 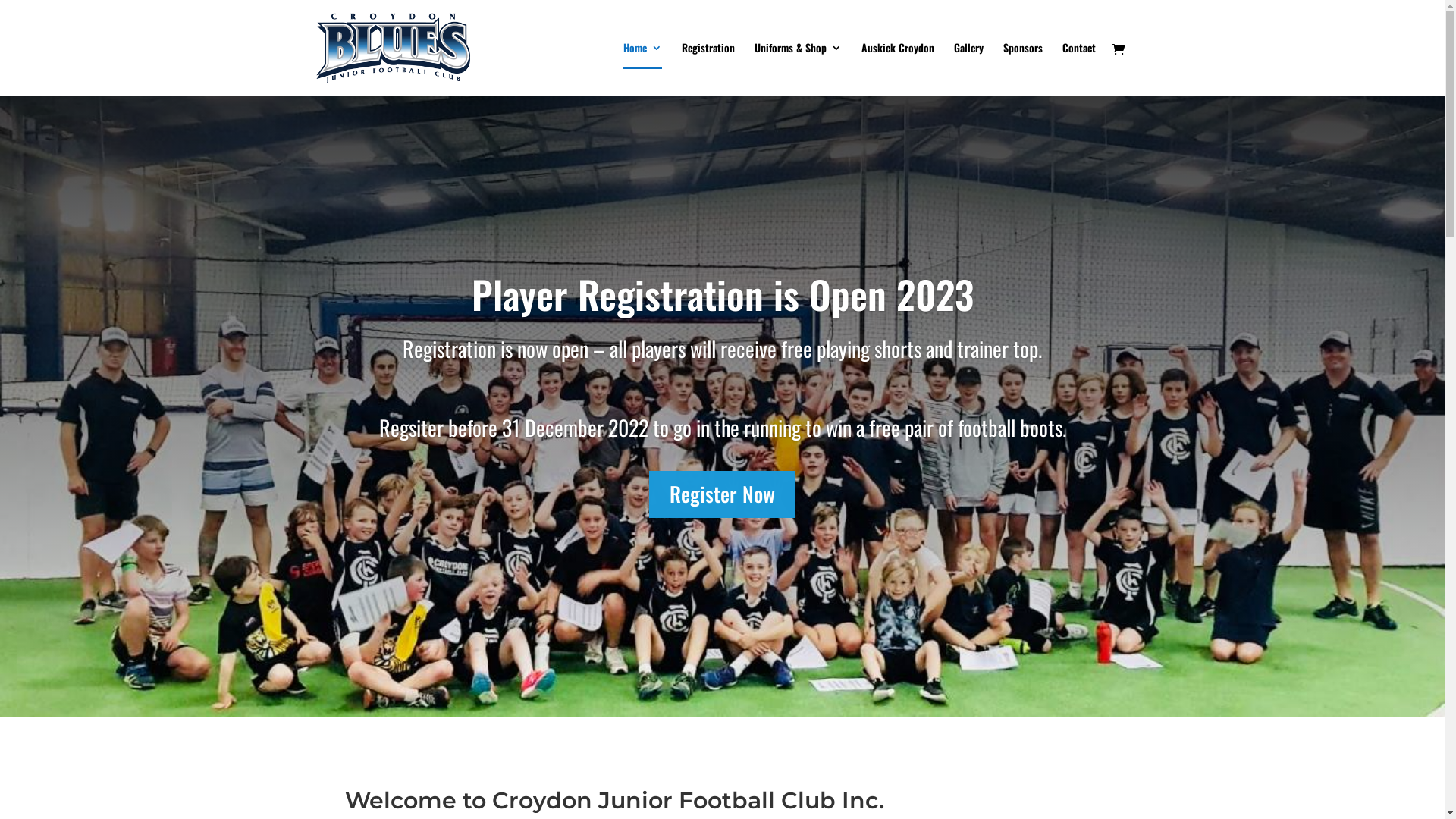 I want to click on 'Gallery', so click(x=968, y=69).